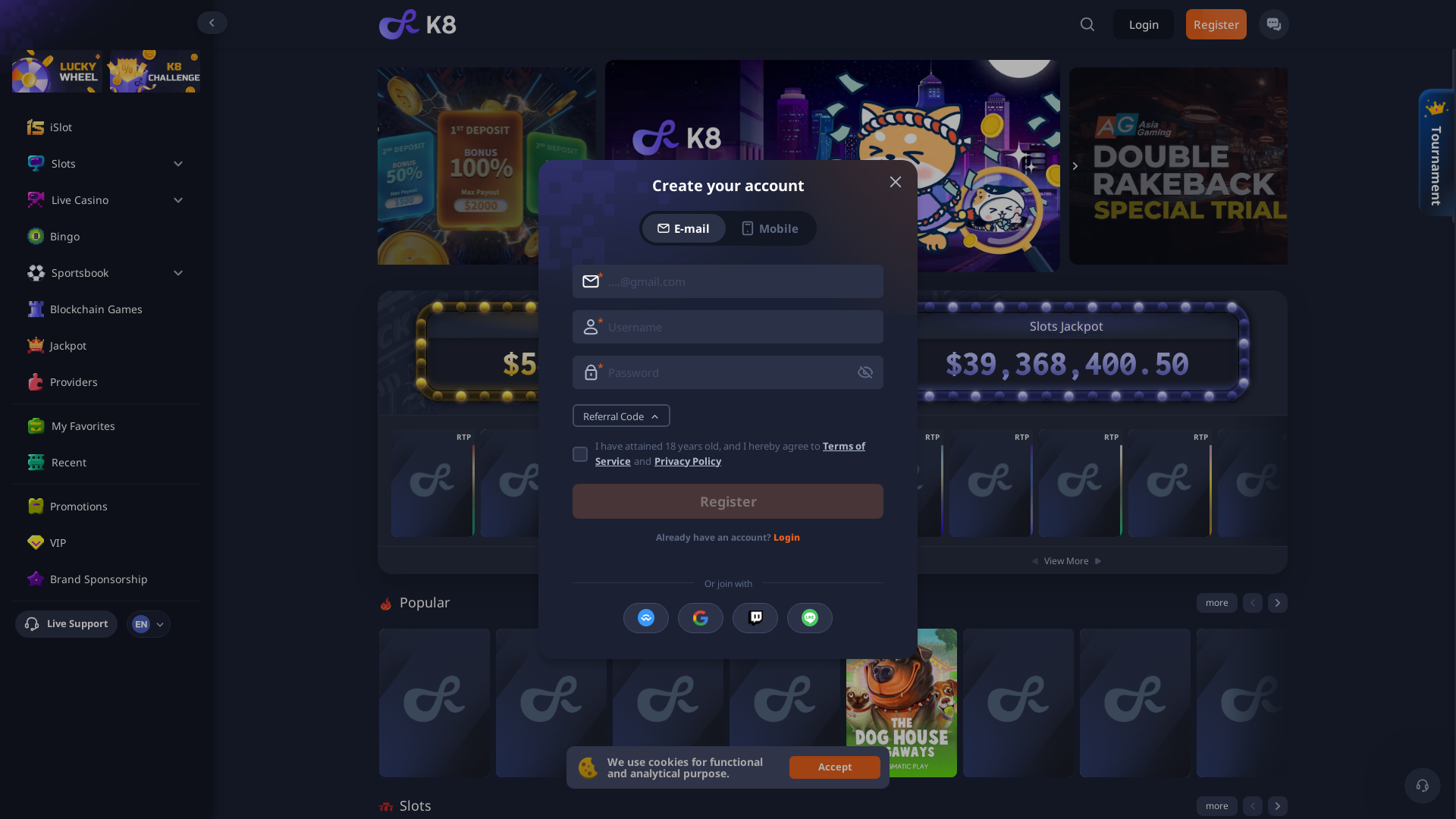 The height and width of the screenshot is (819, 1456). What do you see at coordinates (683, 227) in the screenshot?
I see `'E-mail'` at bounding box center [683, 227].